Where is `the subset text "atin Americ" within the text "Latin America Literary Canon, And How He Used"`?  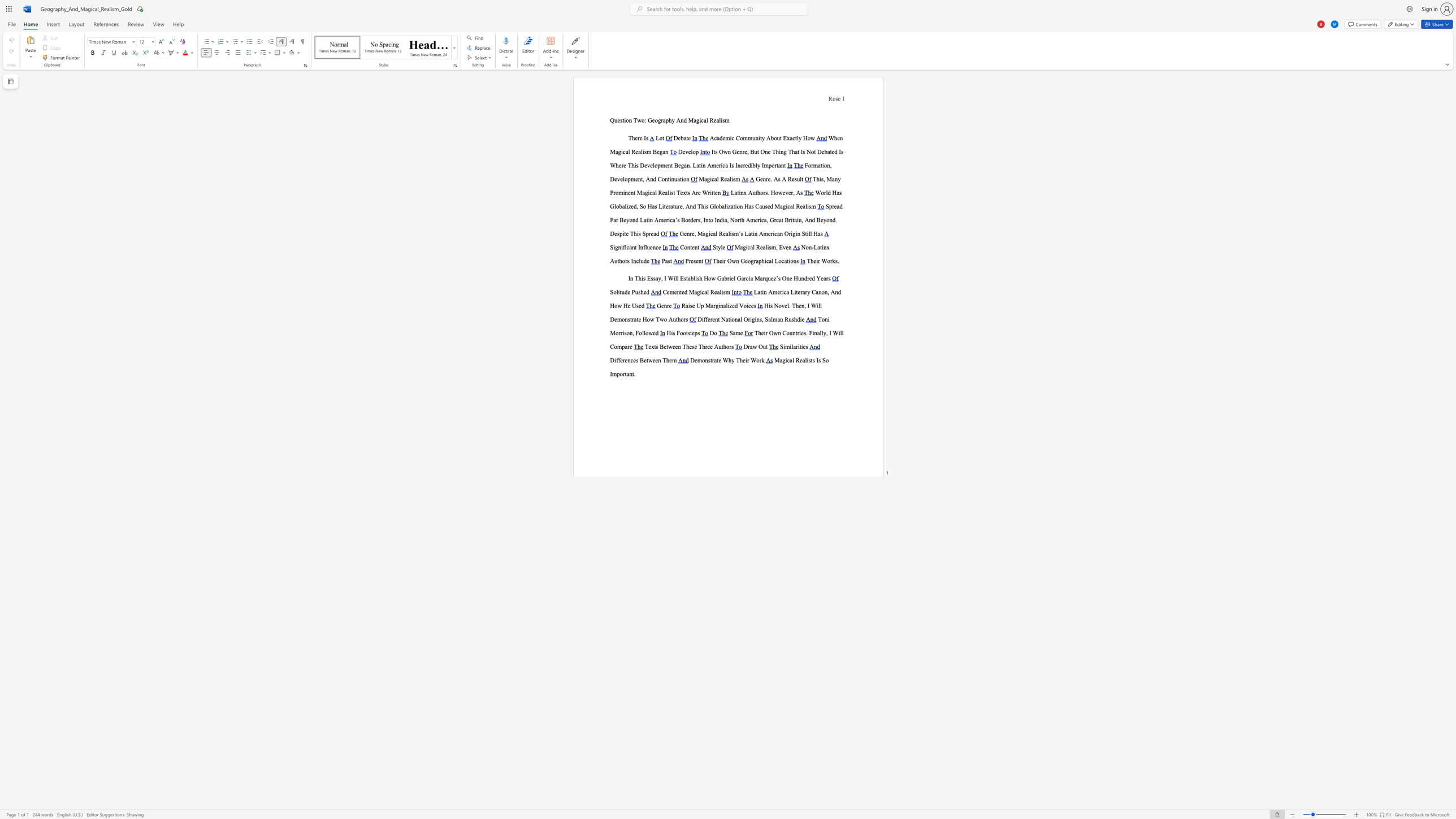
the subset text "atin Americ" within the text "Latin America Literary Canon, And How He Used" is located at coordinates (757, 292).